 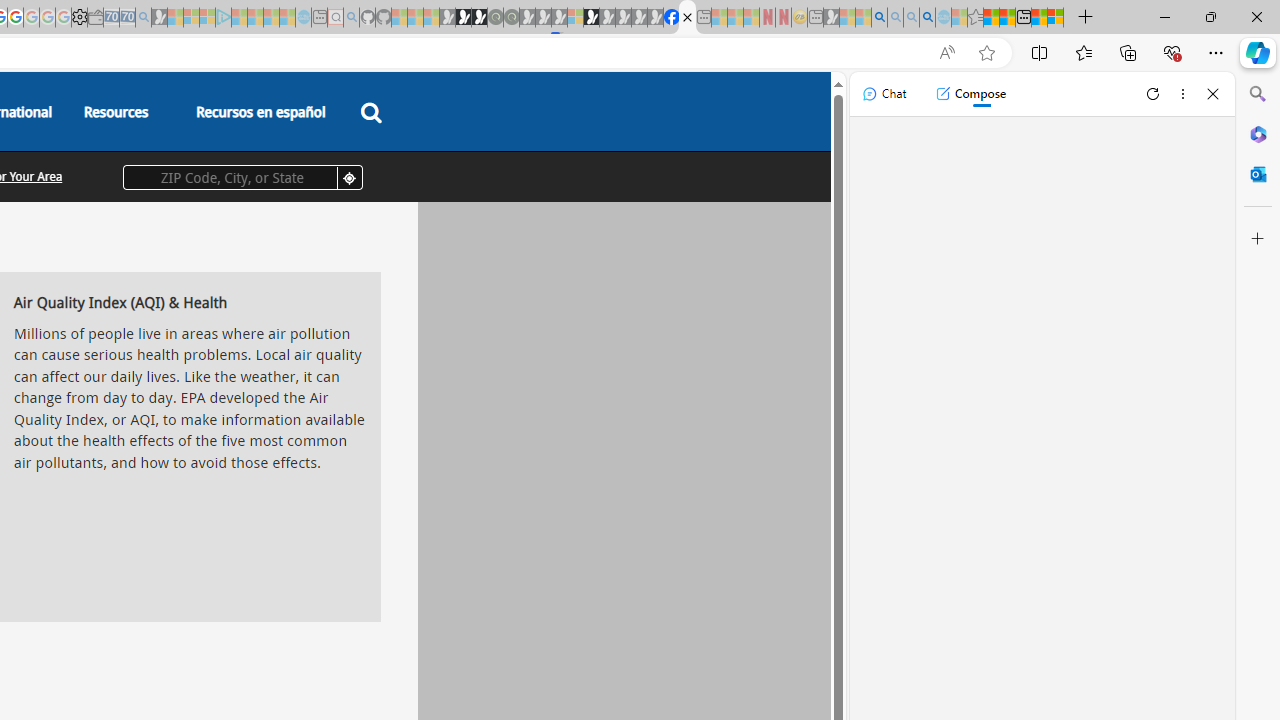 I want to click on 'AQI & Health | AirNow.gov', so click(x=687, y=17).